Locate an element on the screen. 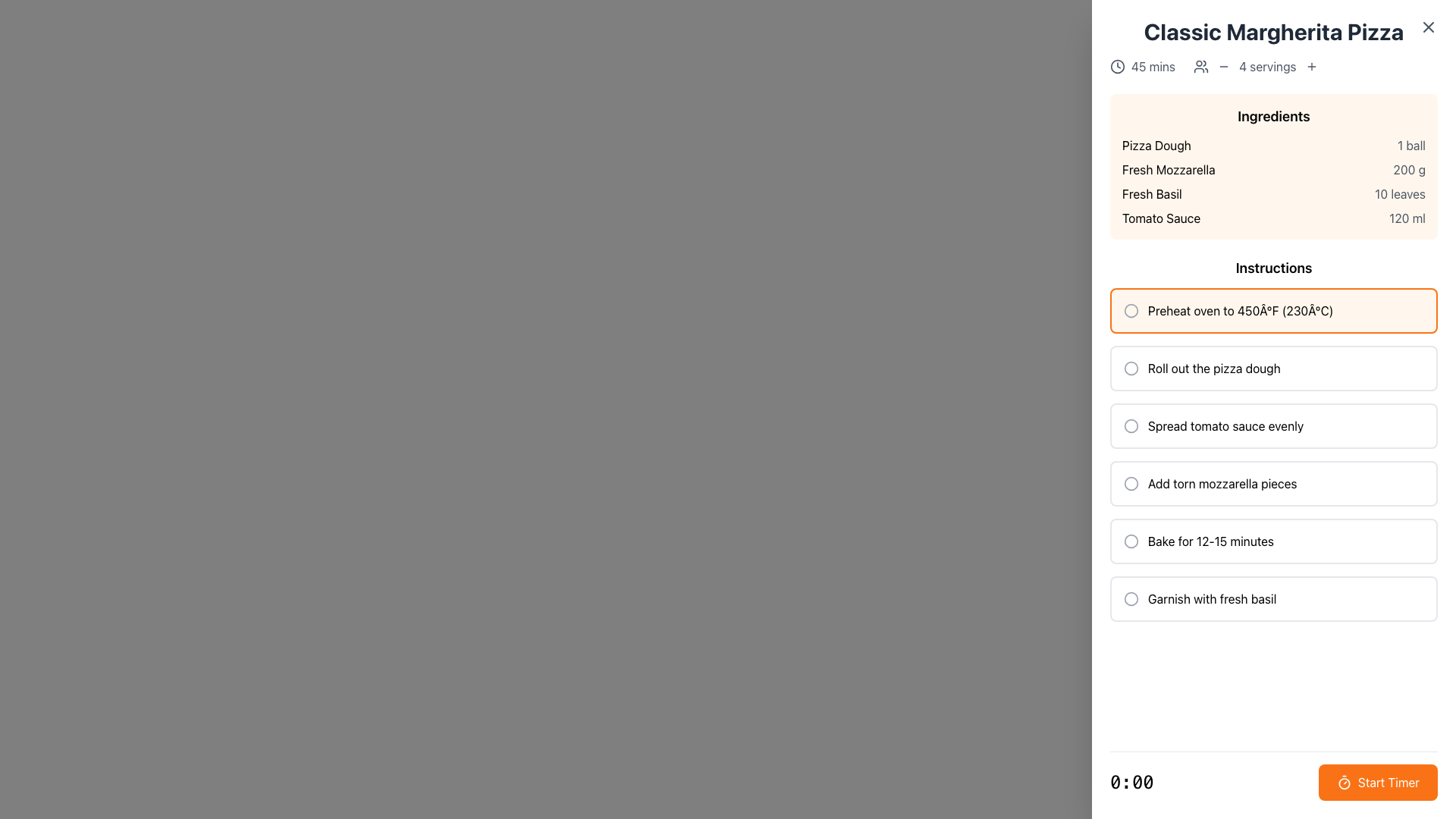  displayed timer value from the Timer with Control Button element, which features a timer display on the left and a 'Start Timer' button on the right is located at coordinates (1274, 783).